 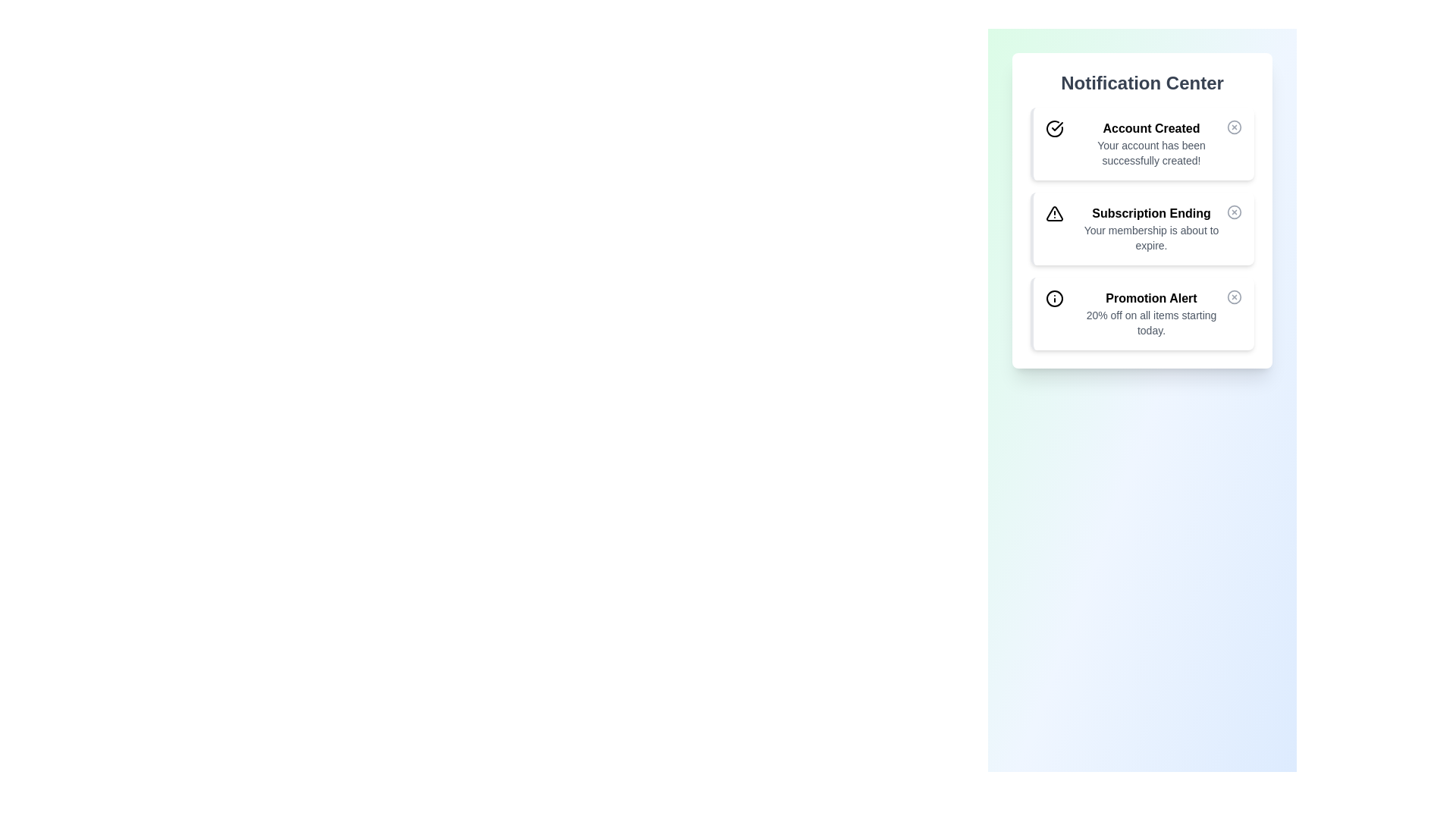 What do you see at coordinates (1142, 228) in the screenshot?
I see `the Notification Card indicating impending membership expiration, which is the second card in a vertically stacked group of three notifications` at bounding box center [1142, 228].